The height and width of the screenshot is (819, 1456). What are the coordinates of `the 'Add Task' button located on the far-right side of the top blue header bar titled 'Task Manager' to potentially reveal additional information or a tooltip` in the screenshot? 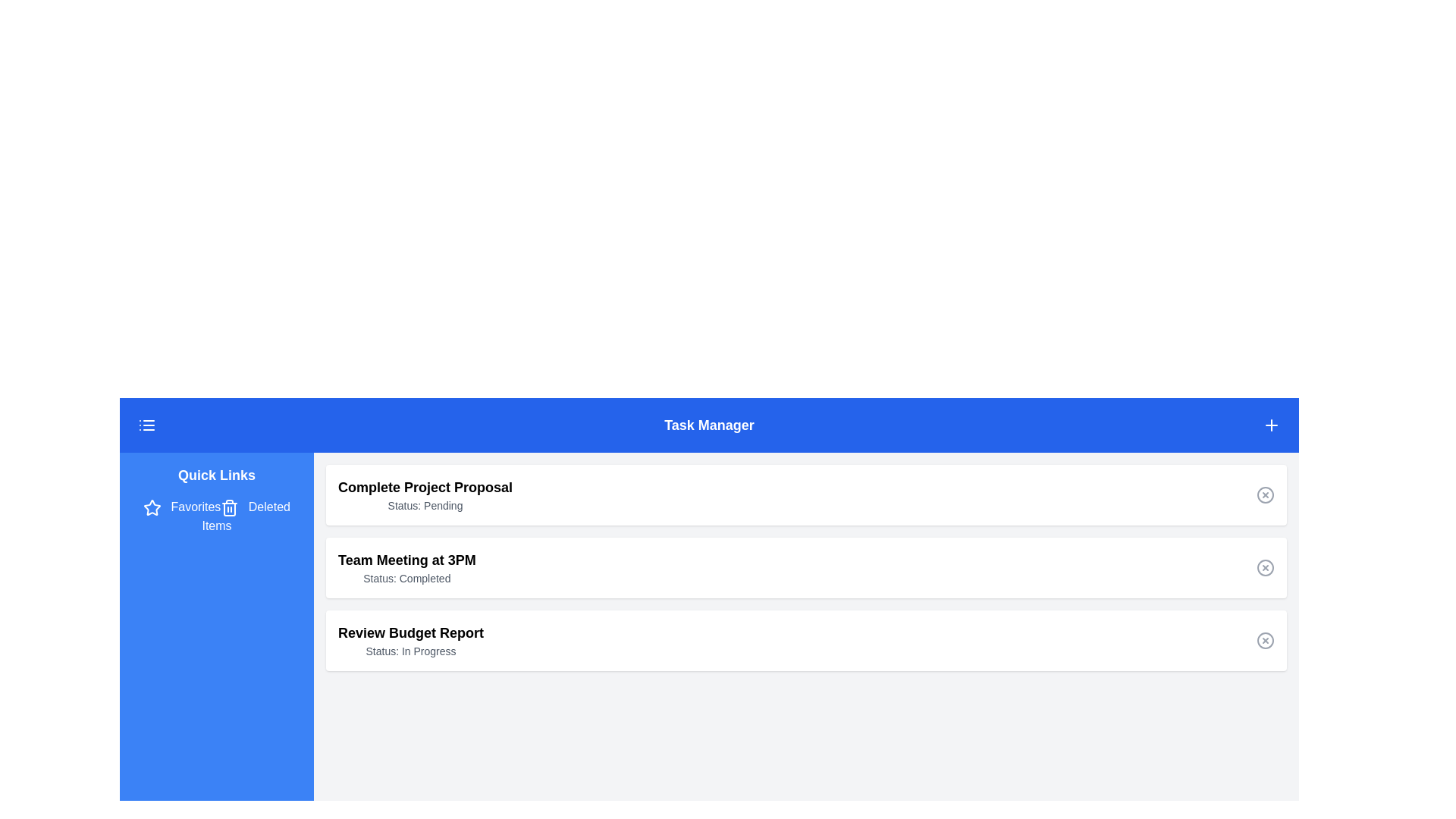 It's located at (1271, 425).